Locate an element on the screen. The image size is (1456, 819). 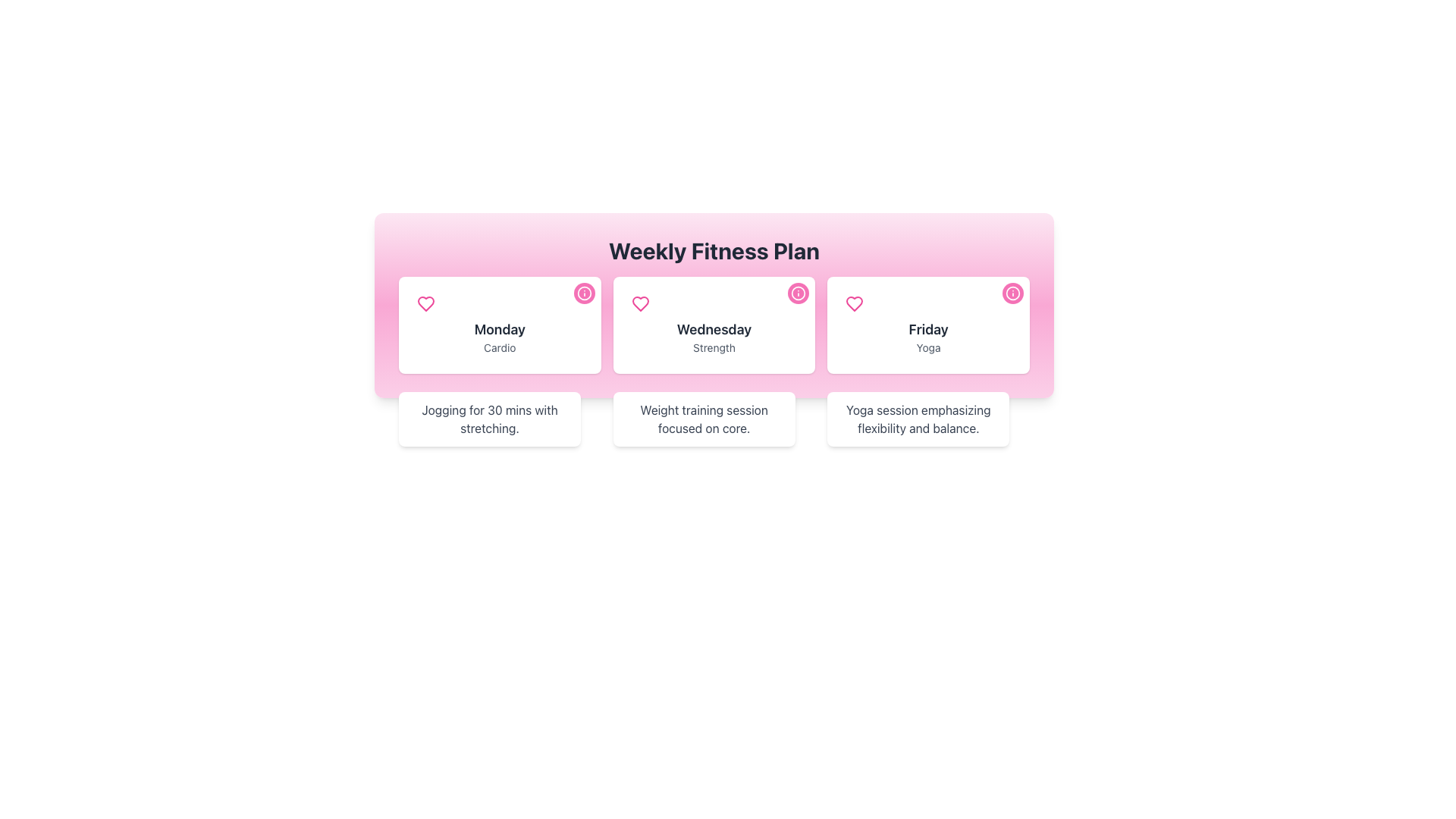
text 'Yoga' that is displayed in a small gray font, located in the card titled 'Friday' on the right side of the row under 'Weekly Fitness Plan' is located at coordinates (927, 348).